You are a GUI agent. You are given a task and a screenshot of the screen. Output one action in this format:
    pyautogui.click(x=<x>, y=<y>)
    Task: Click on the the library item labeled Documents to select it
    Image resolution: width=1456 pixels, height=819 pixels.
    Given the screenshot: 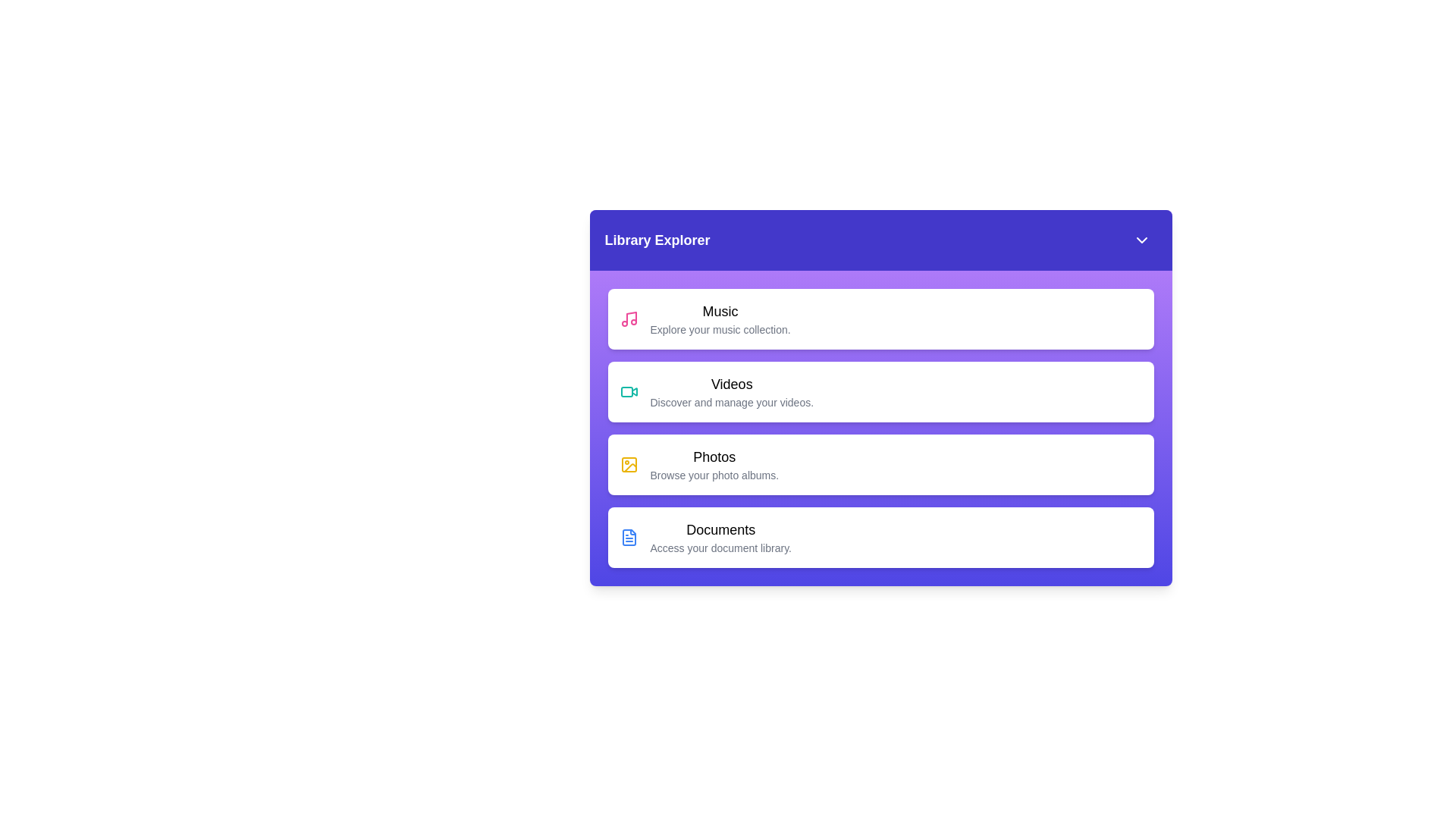 What is the action you would take?
    pyautogui.click(x=880, y=537)
    